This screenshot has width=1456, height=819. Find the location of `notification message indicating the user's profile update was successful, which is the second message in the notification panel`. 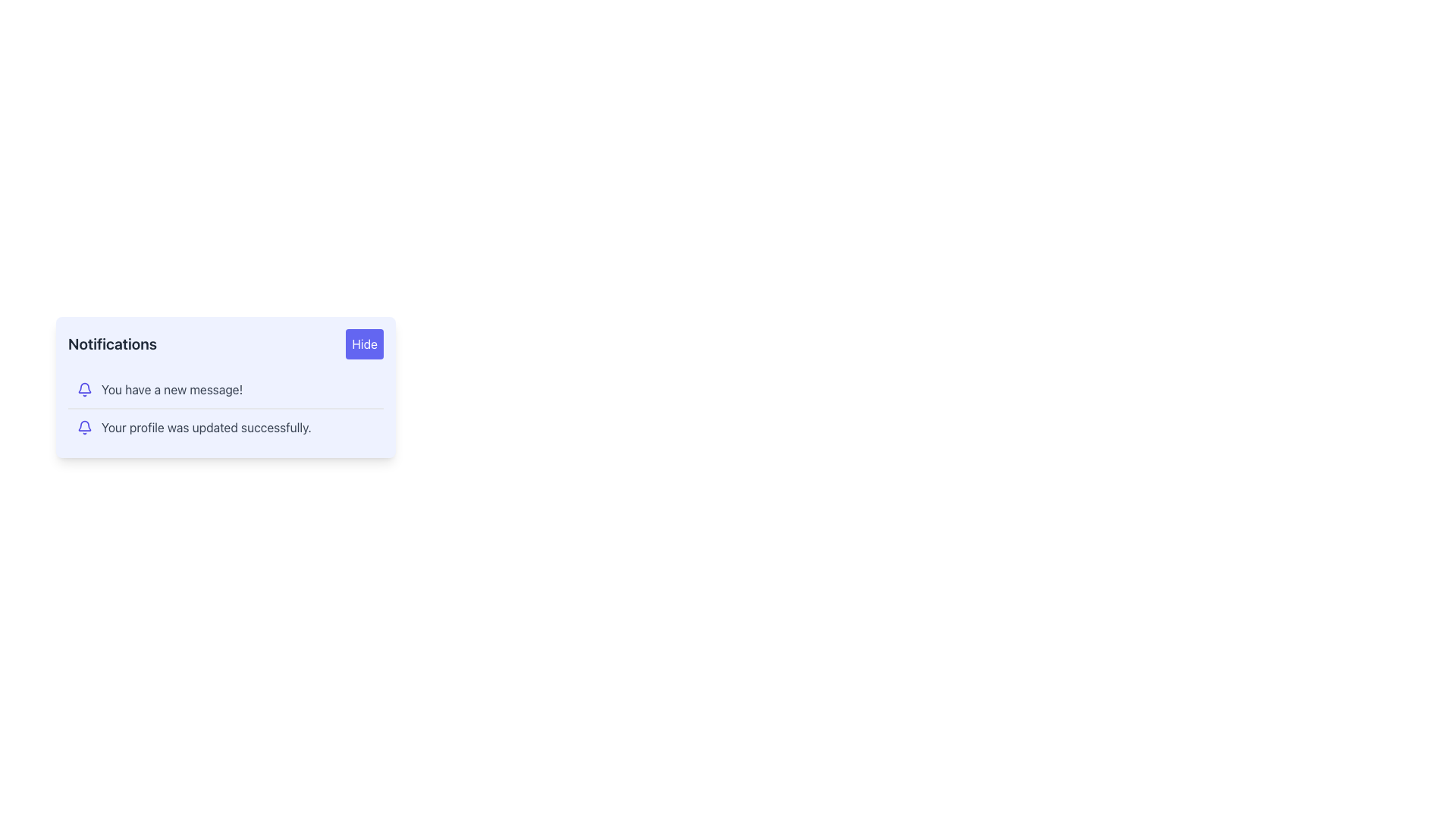

notification message indicating the user's profile update was successful, which is the second message in the notification panel is located at coordinates (206, 427).